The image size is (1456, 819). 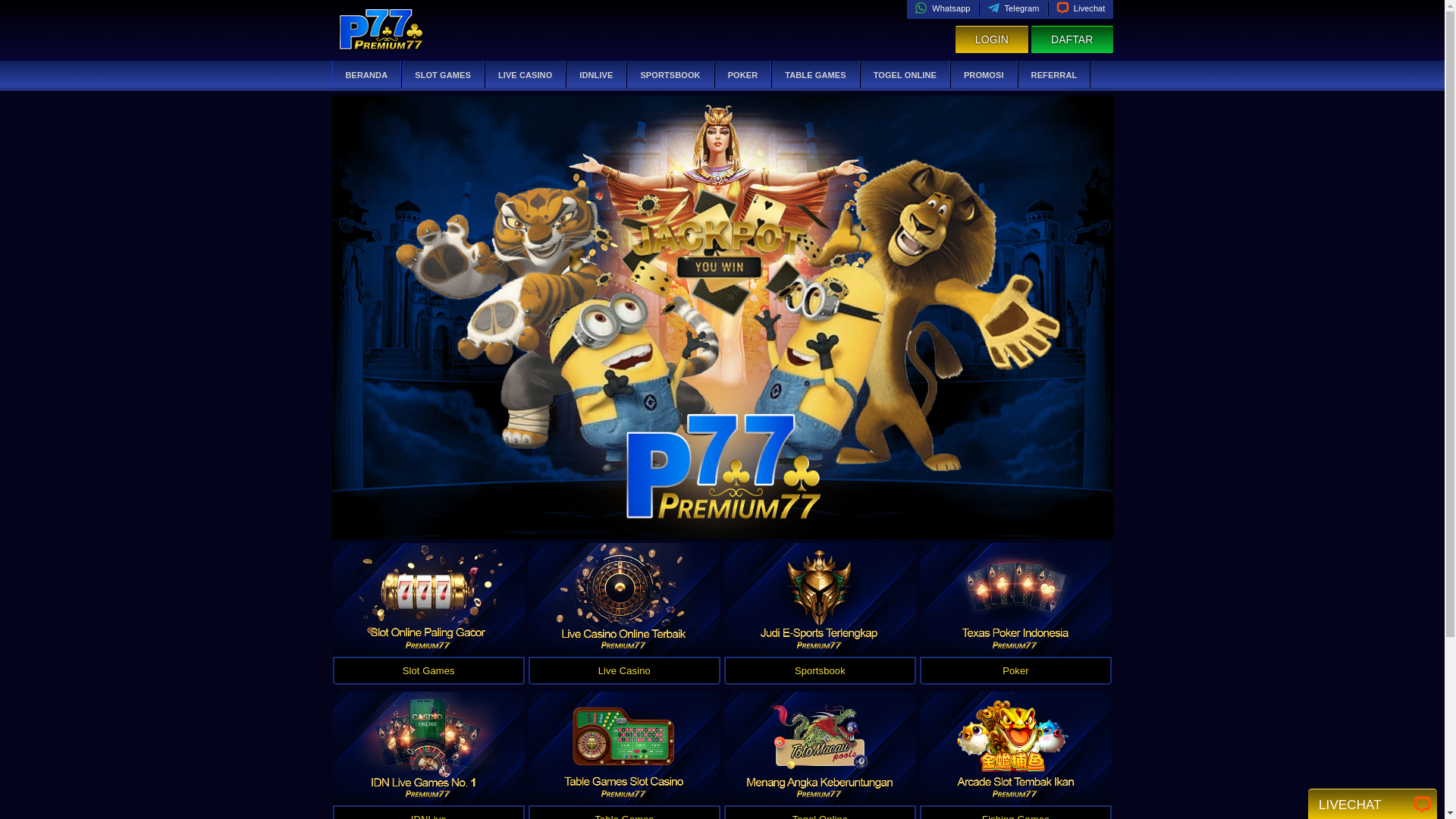 What do you see at coordinates (1053, 75) in the screenshot?
I see `'REFERRAL'` at bounding box center [1053, 75].